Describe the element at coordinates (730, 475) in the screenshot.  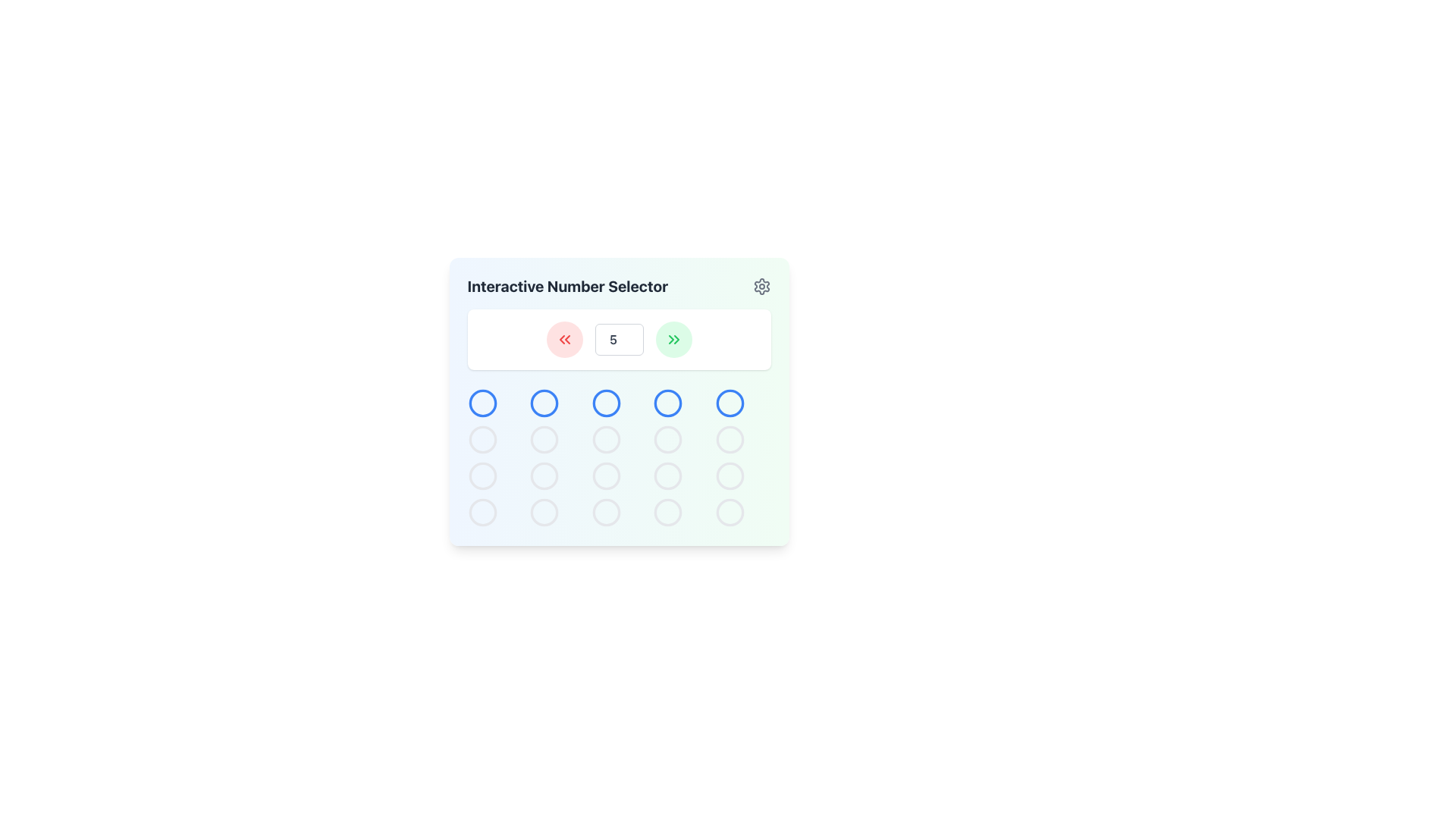
I see `the small filled circle element located in the bottom-right position of the grid of circles, which is distinctively styled compared to the surrounding elements` at that location.